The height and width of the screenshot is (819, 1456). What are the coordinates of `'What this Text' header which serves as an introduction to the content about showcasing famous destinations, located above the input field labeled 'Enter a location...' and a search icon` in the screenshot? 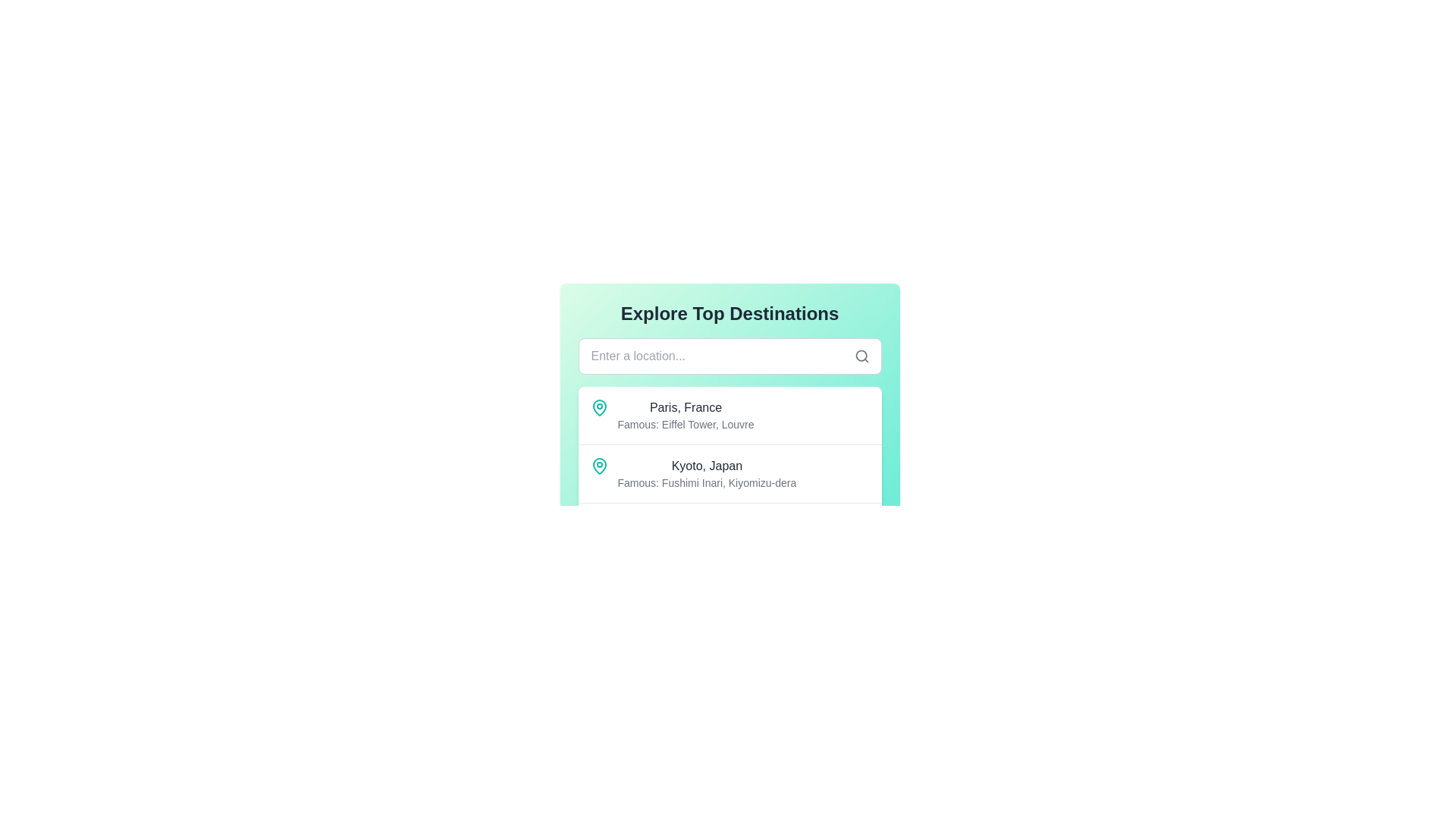 It's located at (730, 312).